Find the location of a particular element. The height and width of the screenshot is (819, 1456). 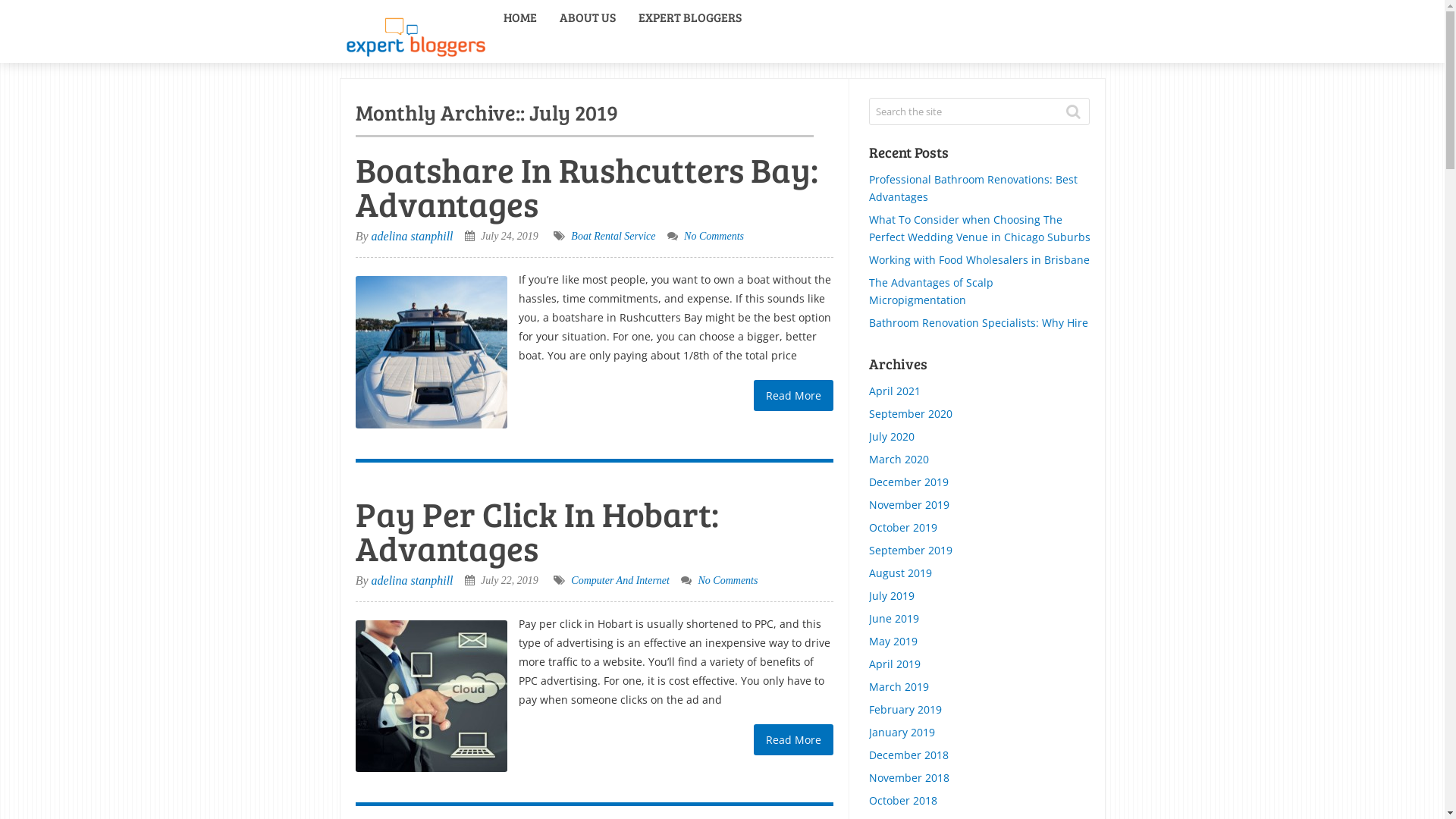

'July 2020' is located at coordinates (892, 436).